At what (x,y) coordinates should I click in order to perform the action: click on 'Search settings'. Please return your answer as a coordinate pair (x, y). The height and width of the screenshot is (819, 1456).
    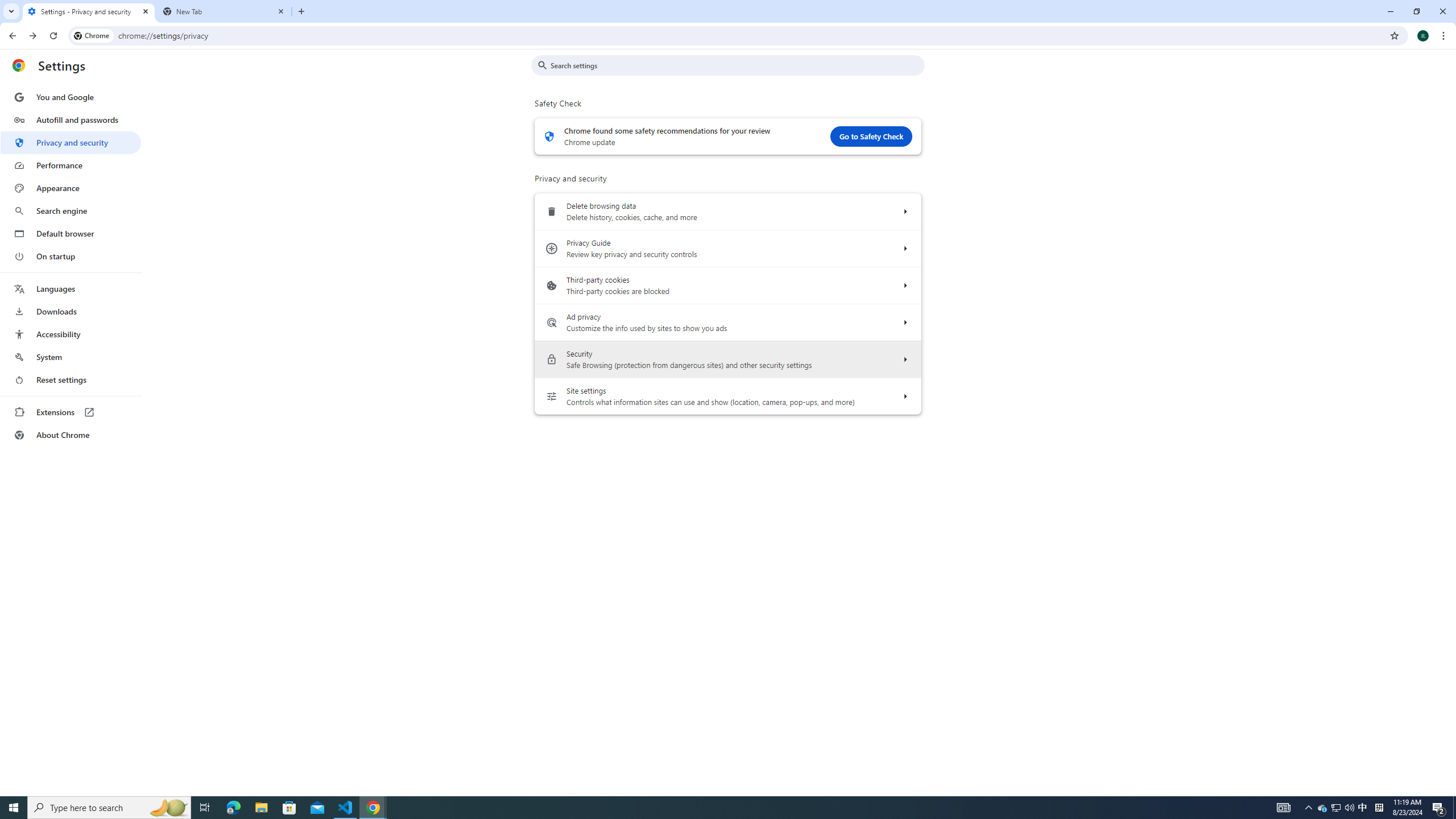
    Looking at the image, I should click on (735, 65).